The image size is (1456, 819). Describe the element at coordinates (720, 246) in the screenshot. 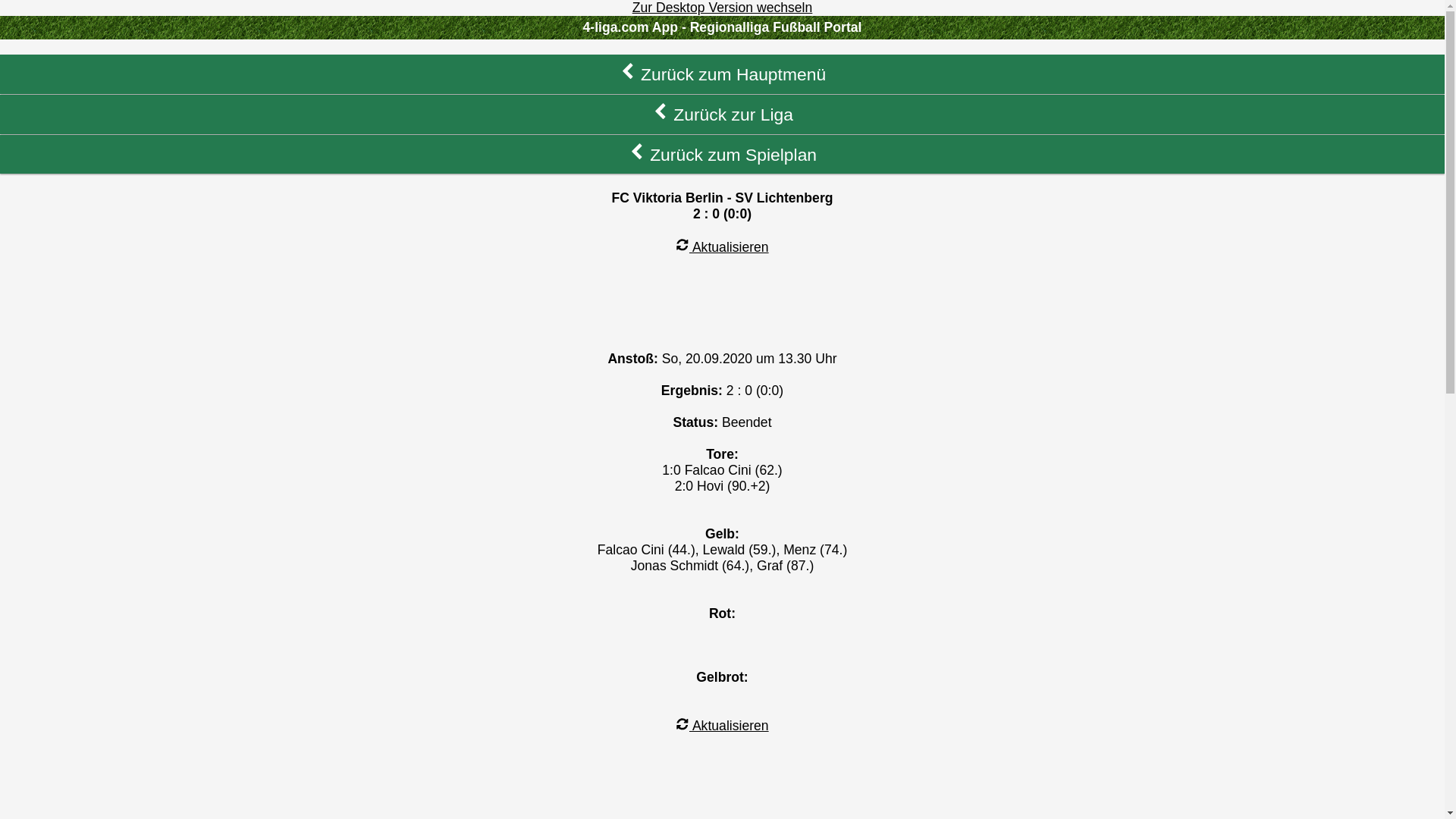

I see `'Aktualisieren'` at that location.